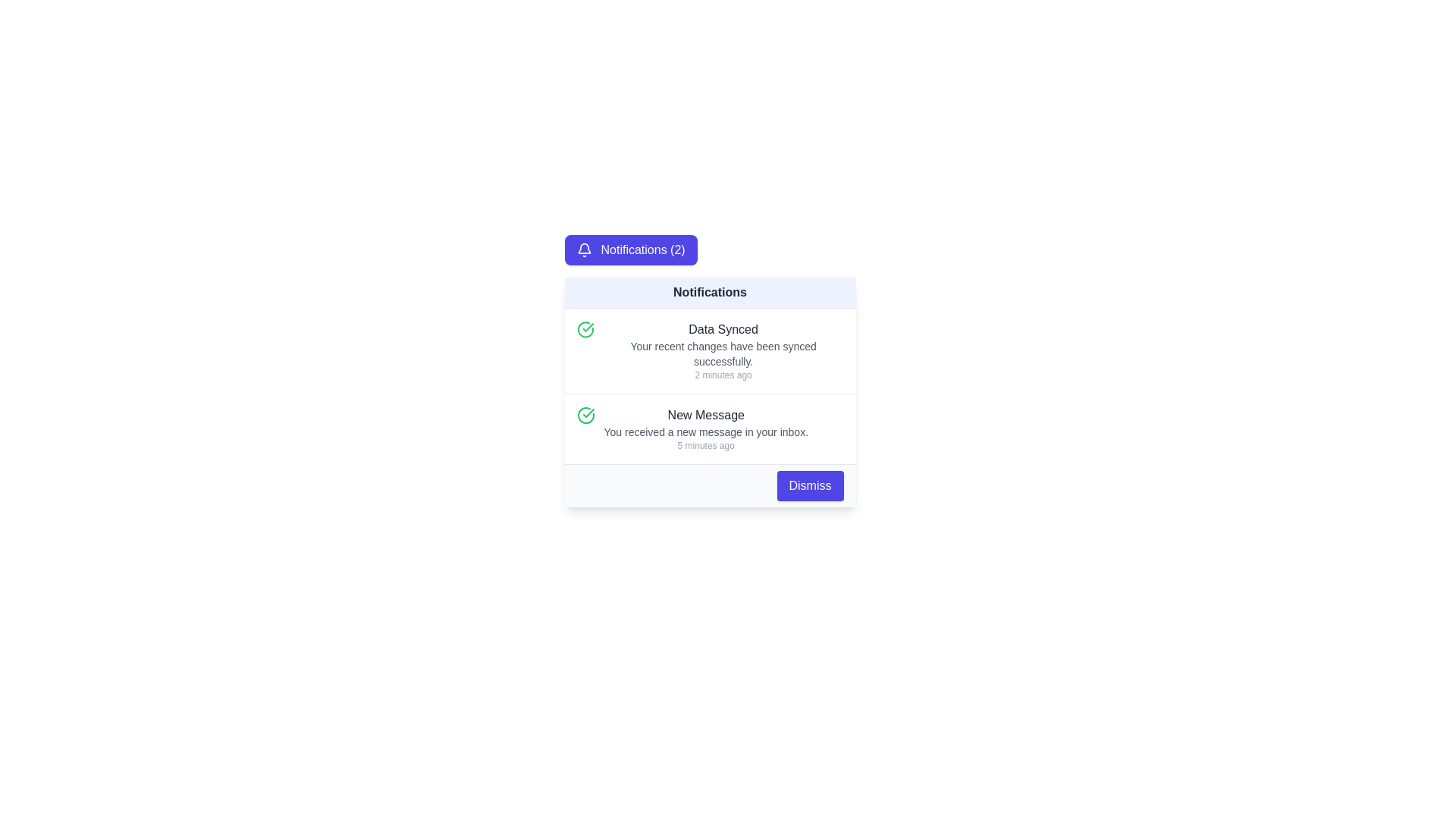 This screenshot has width=1456, height=819. Describe the element at coordinates (723, 353) in the screenshot. I see `descriptive text that indicates successful data synchronization, located centrally in the notification panel below the 'Data Synced' title and above the timestamp '2 minutes ago.'` at that location.